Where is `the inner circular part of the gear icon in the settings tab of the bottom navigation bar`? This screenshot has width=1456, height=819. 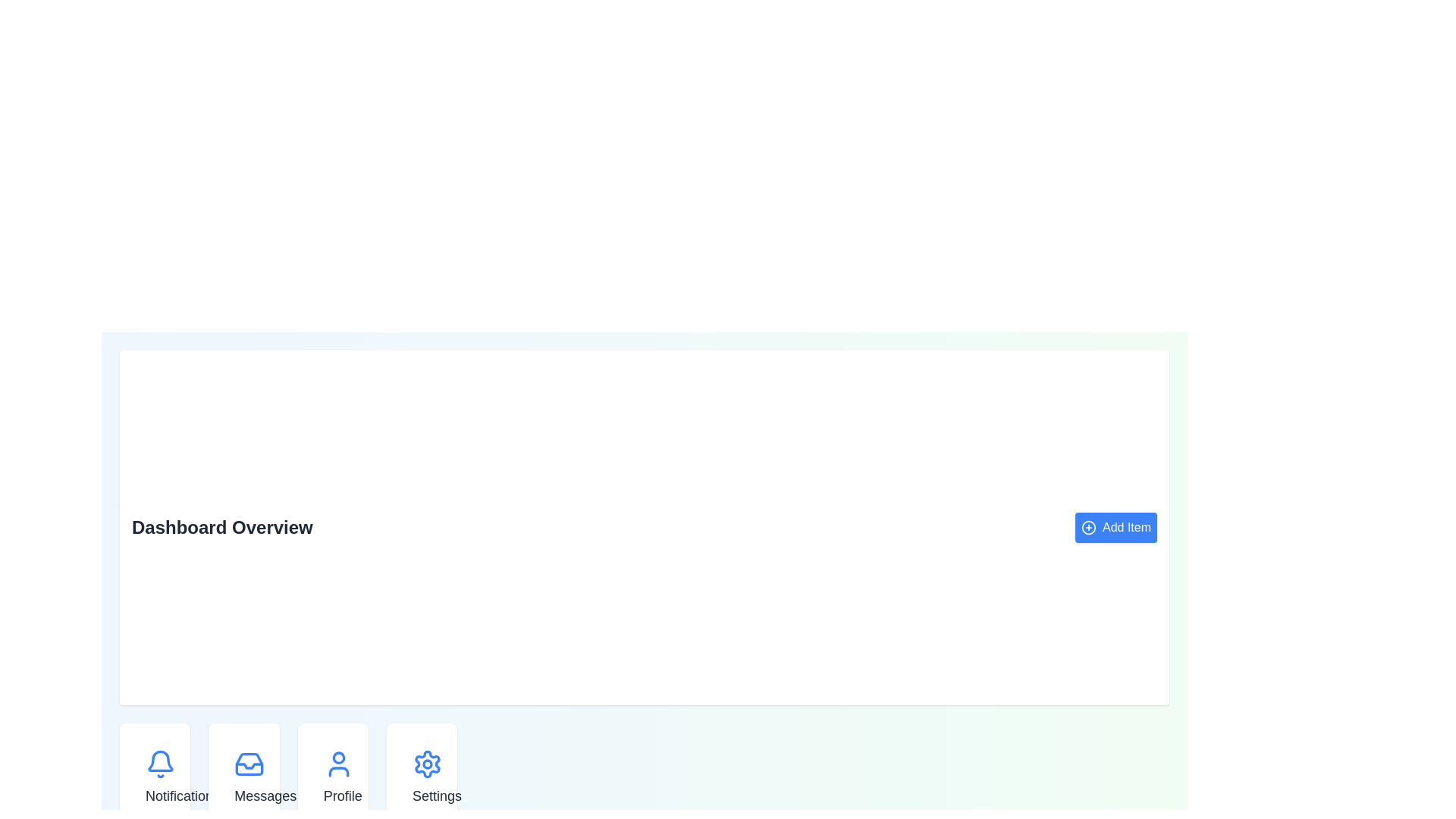 the inner circular part of the gear icon in the settings tab of the bottom navigation bar is located at coordinates (427, 764).